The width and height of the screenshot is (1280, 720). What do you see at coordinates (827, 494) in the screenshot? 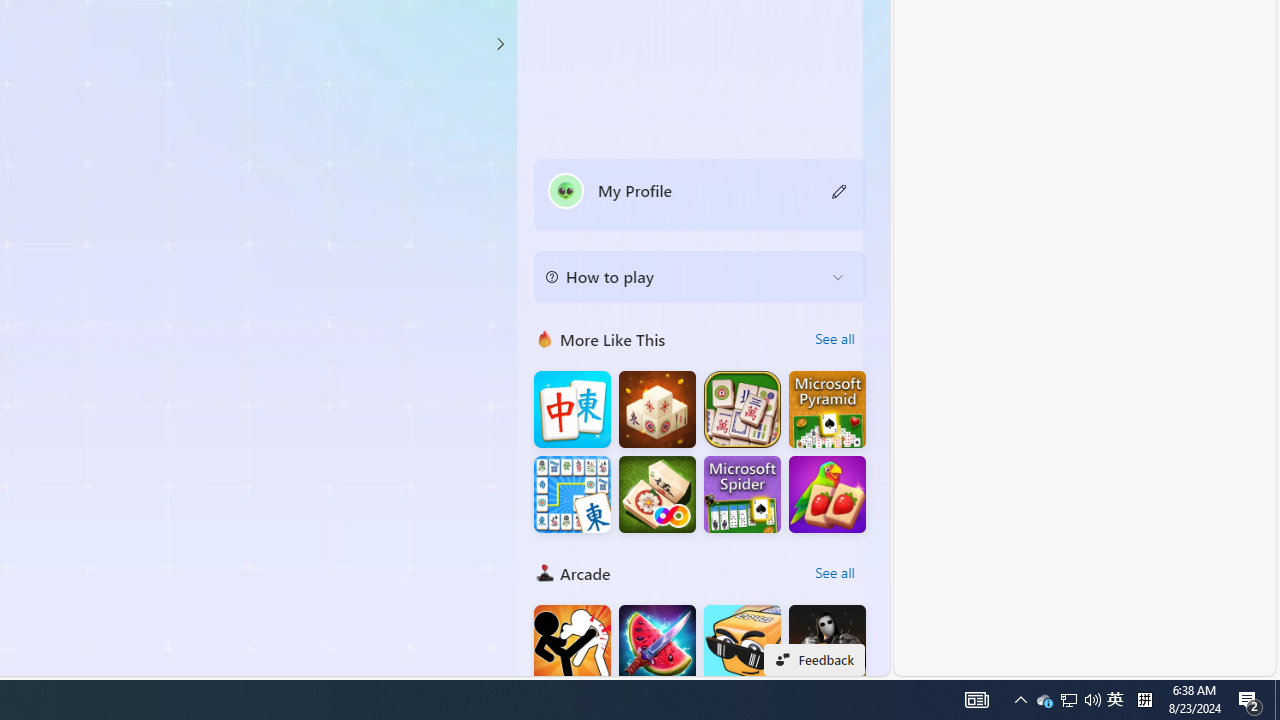
I see `'Solitaire Mahjong Juicy'` at bounding box center [827, 494].